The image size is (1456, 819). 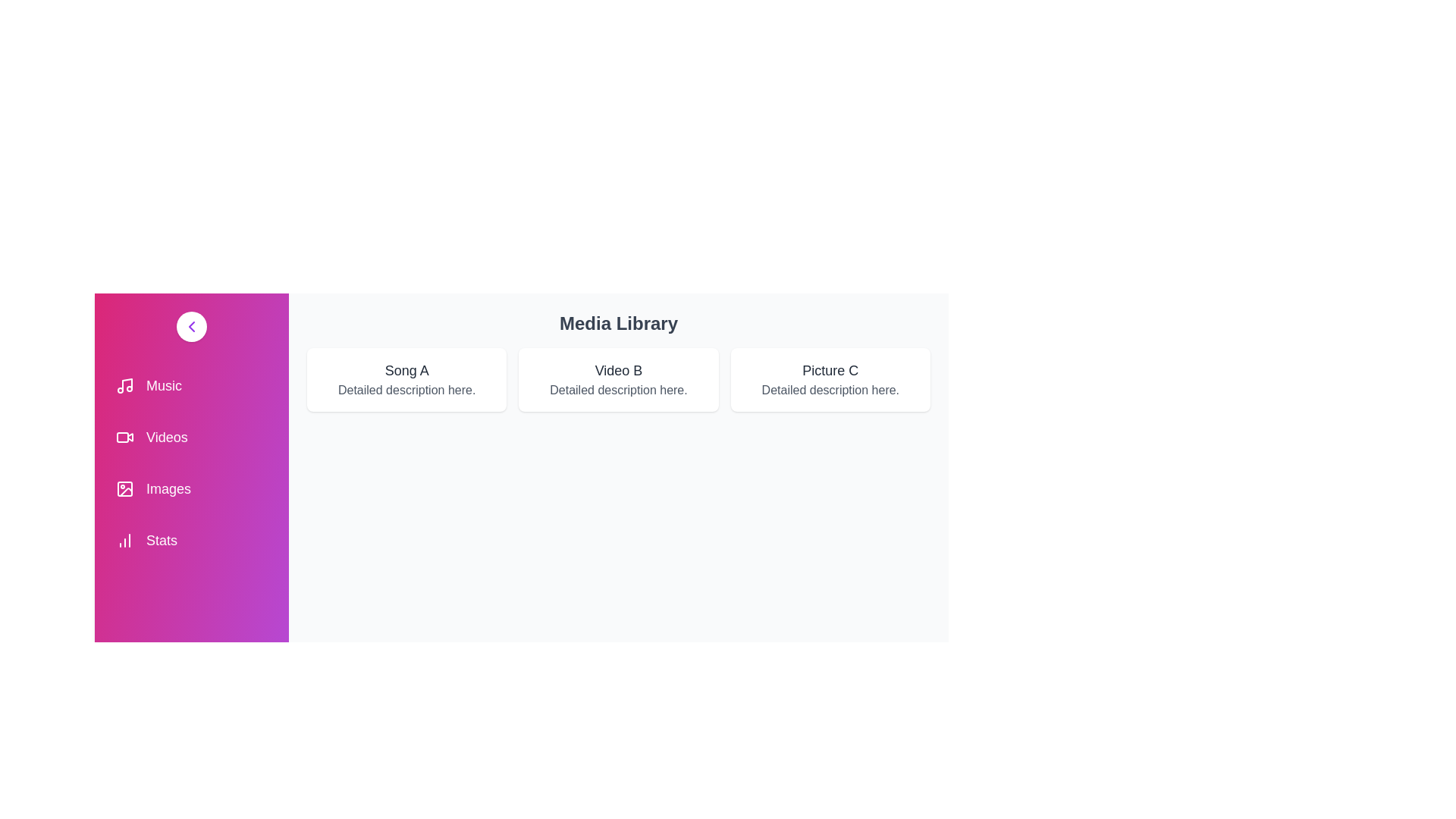 What do you see at coordinates (191, 385) in the screenshot?
I see `the menu item Music to select it` at bounding box center [191, 385].